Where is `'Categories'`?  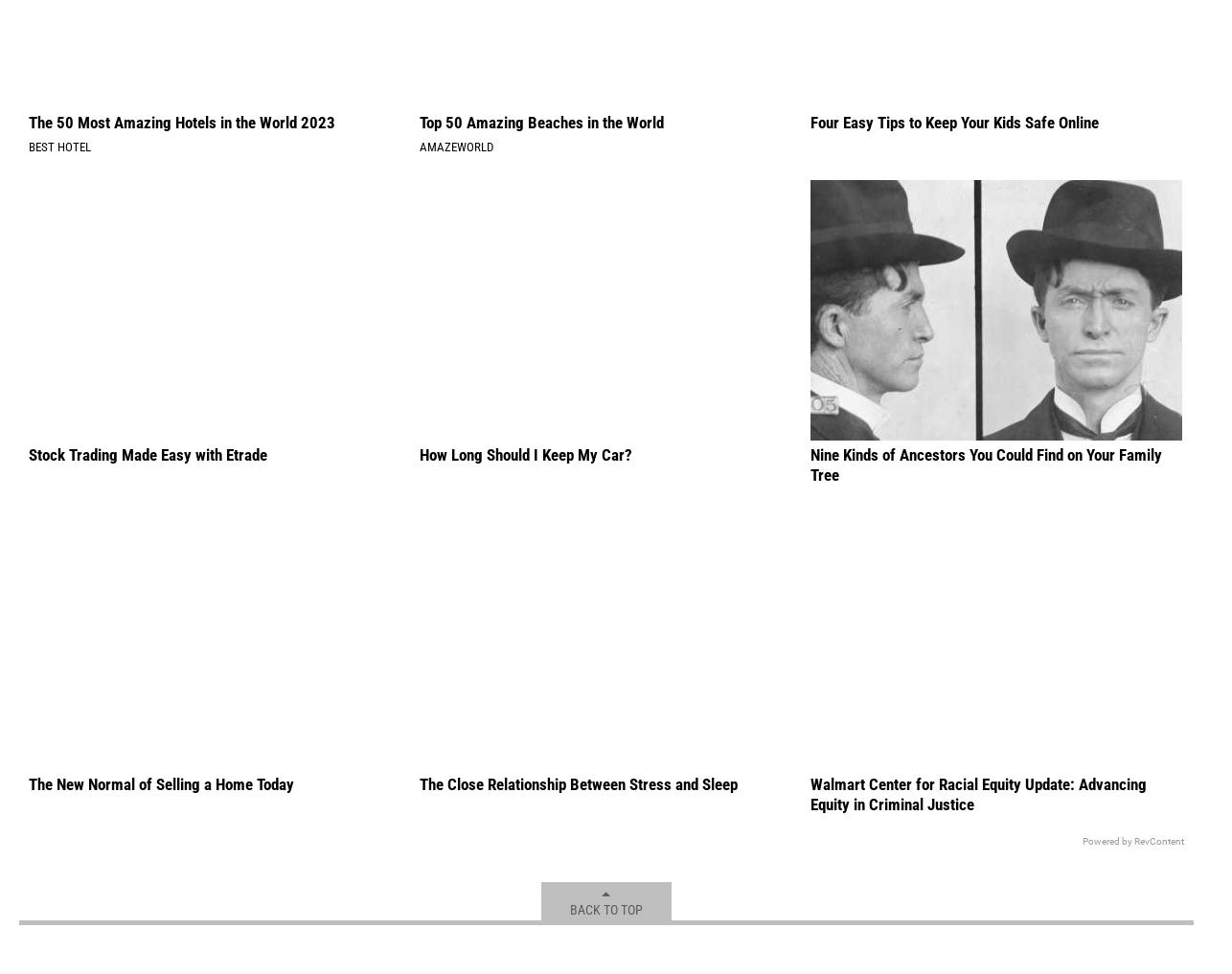 'Categories' is located at coordinates (147, 61).